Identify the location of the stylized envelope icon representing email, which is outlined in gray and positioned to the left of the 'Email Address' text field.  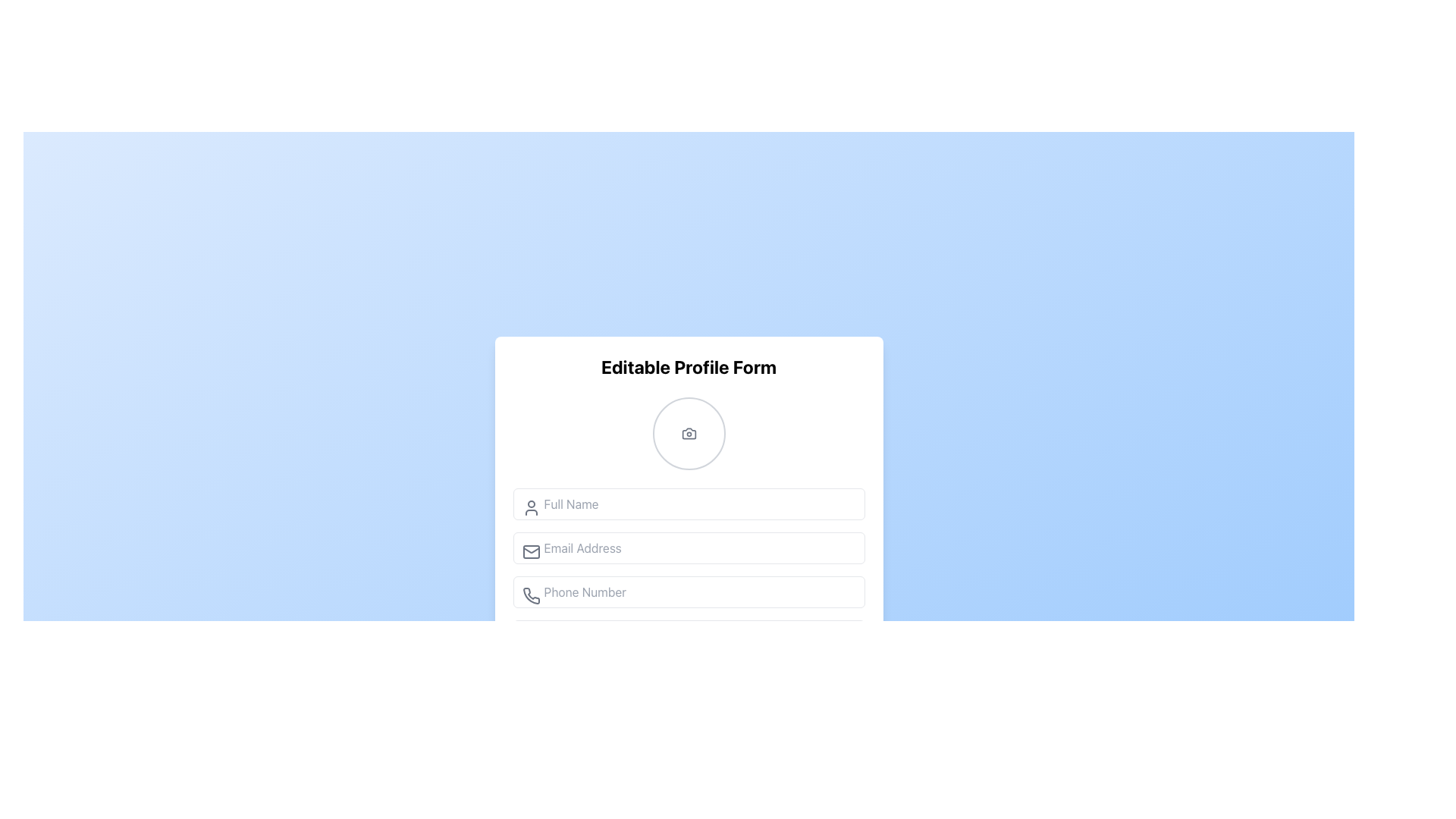
(531, 552).